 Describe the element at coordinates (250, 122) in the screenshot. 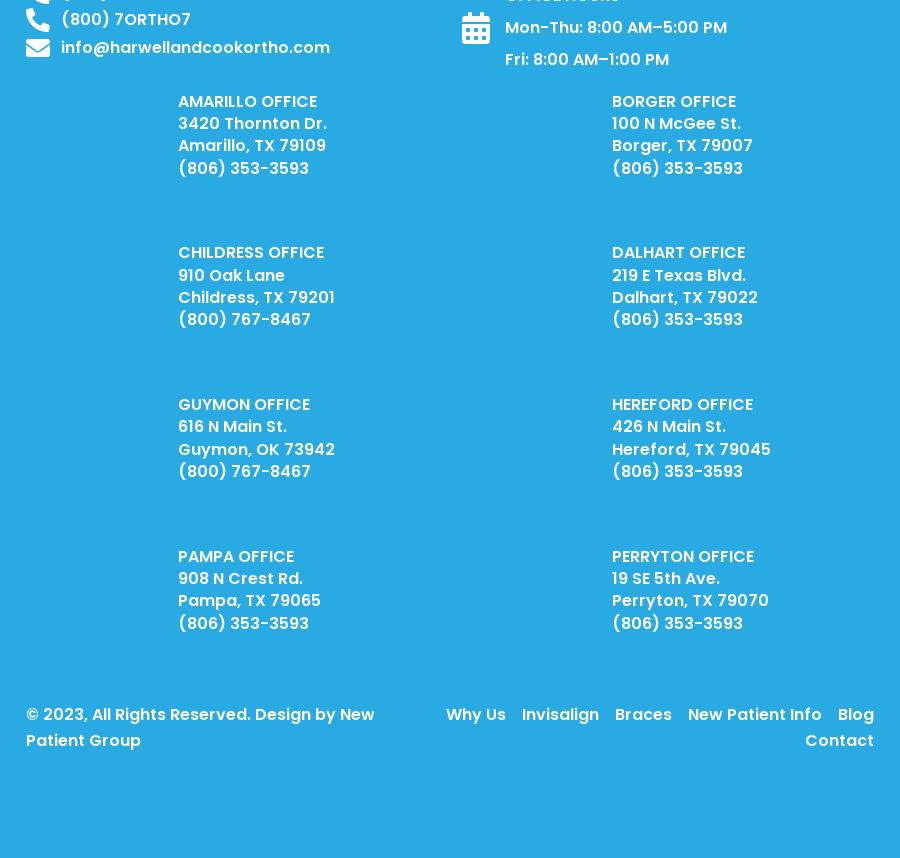

I see `'3420 Thornton Dr.'` at that location.